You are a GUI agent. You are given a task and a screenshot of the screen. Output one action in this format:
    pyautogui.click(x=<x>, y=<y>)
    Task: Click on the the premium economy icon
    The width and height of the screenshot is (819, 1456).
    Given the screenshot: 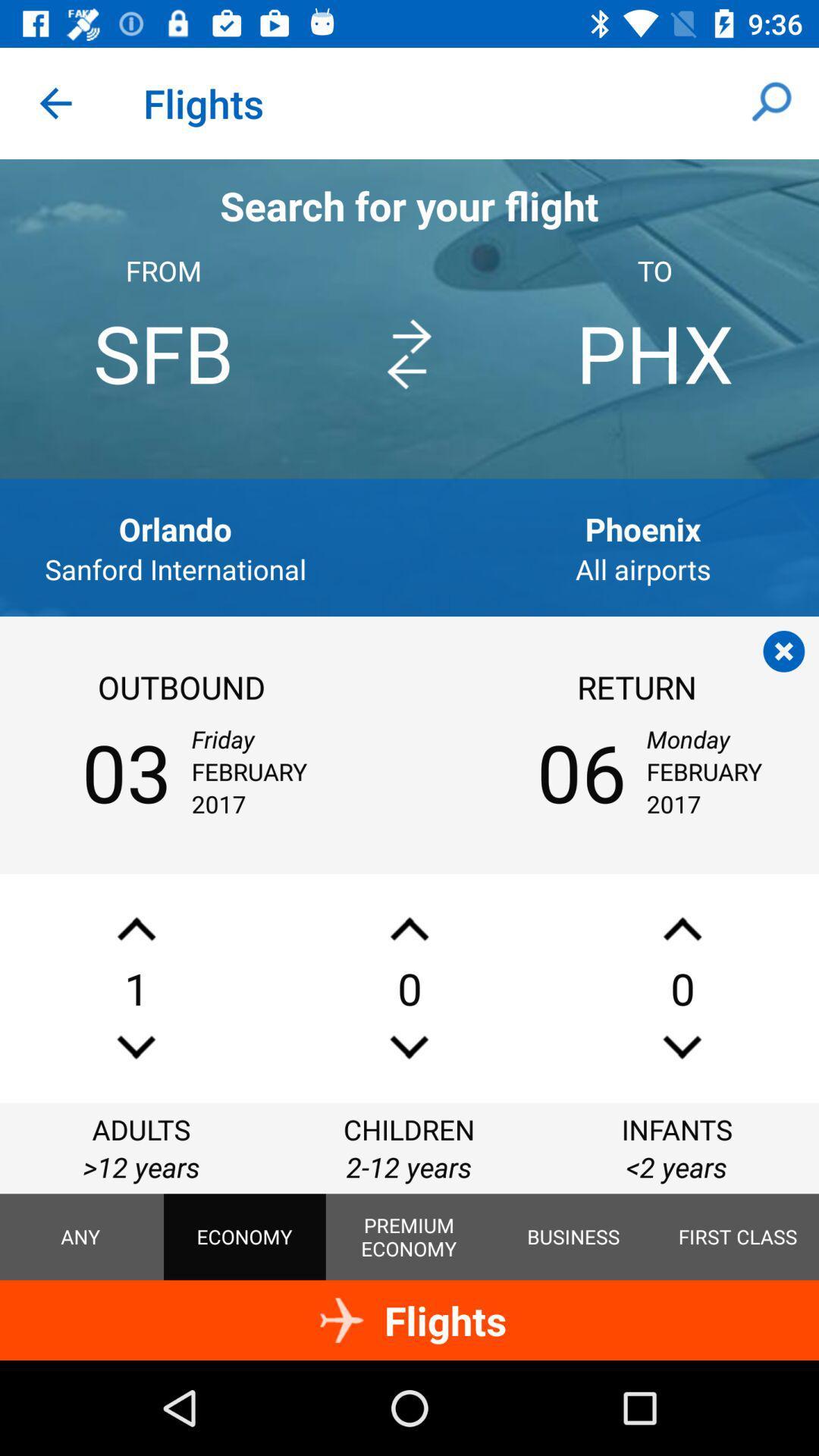 What is the action you would take?
    pyautogui.click(x=408, y=1237)
    